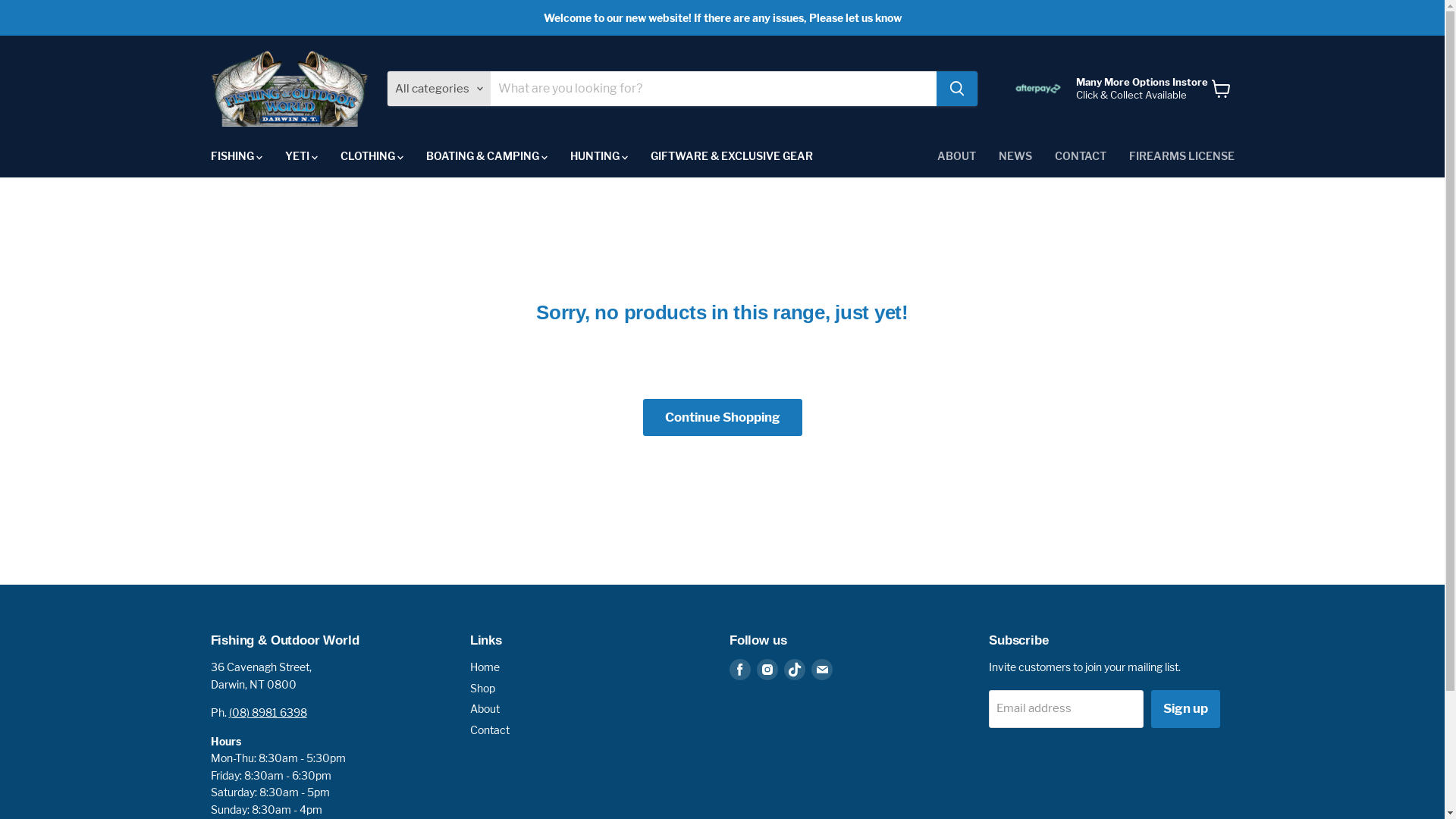  I want to click on 'FIREARMS LICENSE', so click(1181, 155).